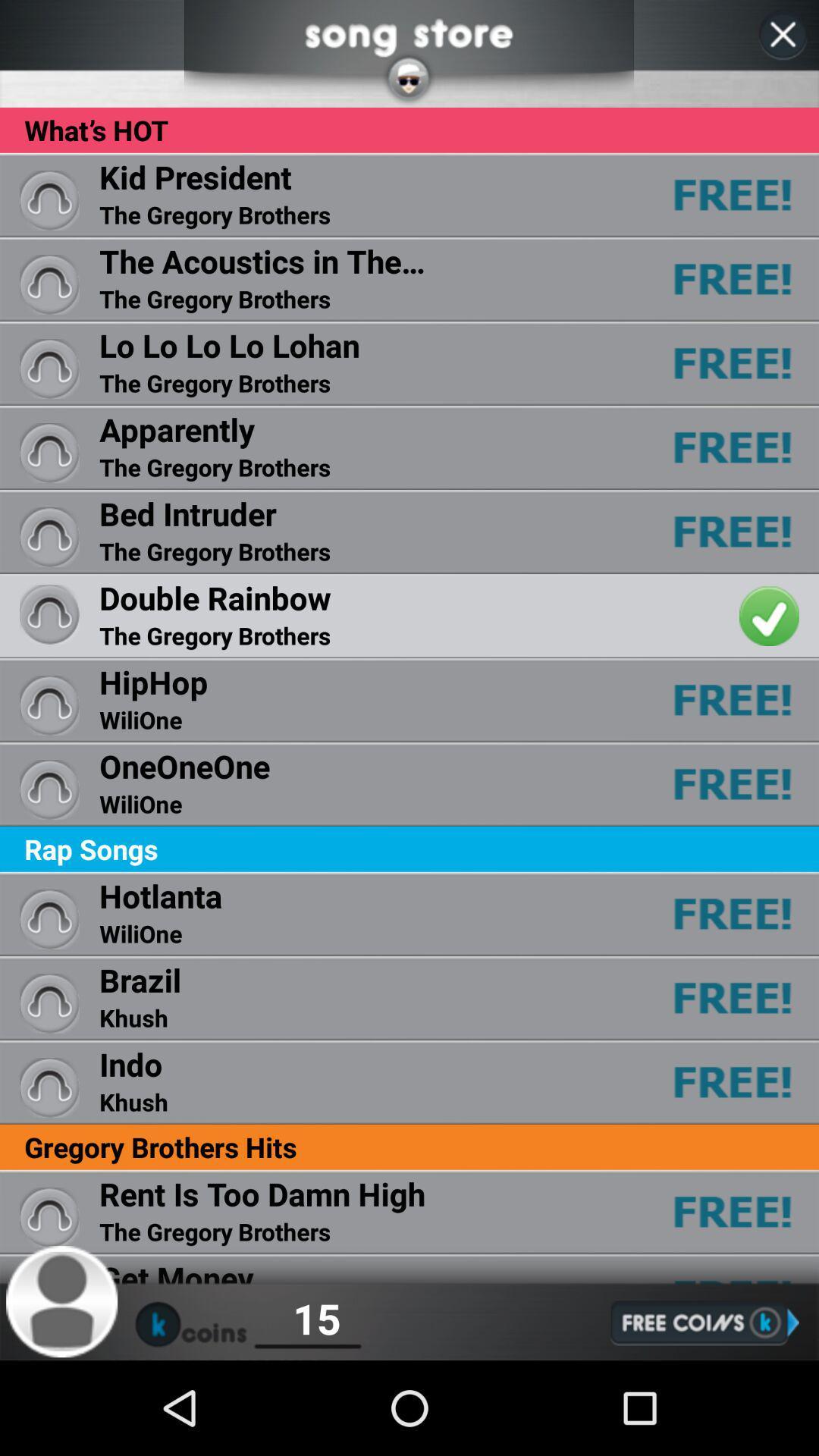  What do you see at coordinates (61, 1392) in the screenshot?
I see `the avatar icon` at bounding box center [61, 1392].